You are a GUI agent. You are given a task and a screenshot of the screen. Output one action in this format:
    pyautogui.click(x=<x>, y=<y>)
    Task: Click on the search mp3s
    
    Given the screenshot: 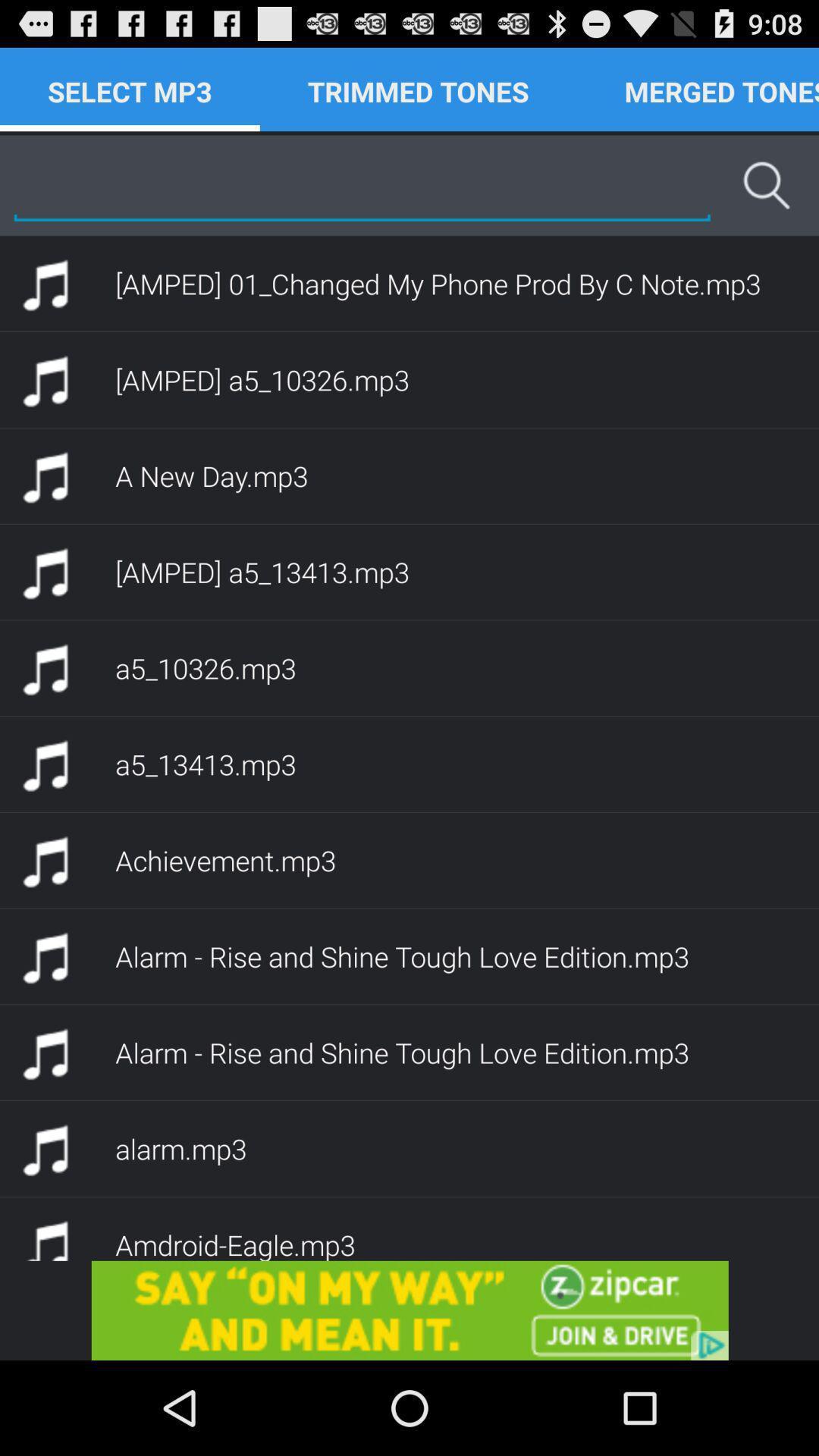 What is the action you would take?
    pyautogui.click(x=362, y=184)
    